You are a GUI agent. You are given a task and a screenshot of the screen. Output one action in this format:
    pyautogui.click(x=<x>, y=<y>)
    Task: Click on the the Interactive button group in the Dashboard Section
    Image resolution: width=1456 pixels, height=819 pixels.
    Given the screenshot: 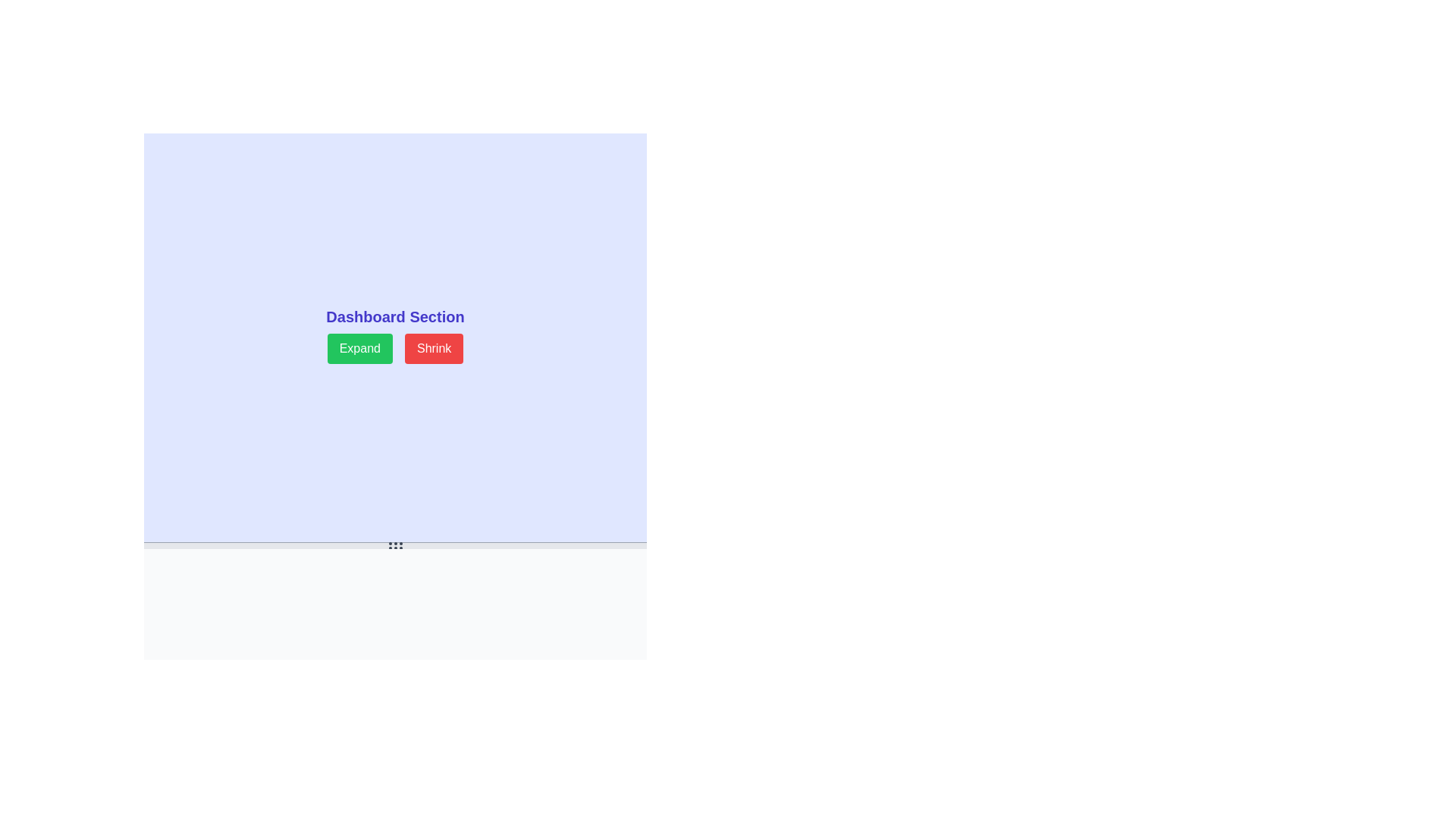 What is the action you would take?
    pyautogui.click(x=395, y=348)
    